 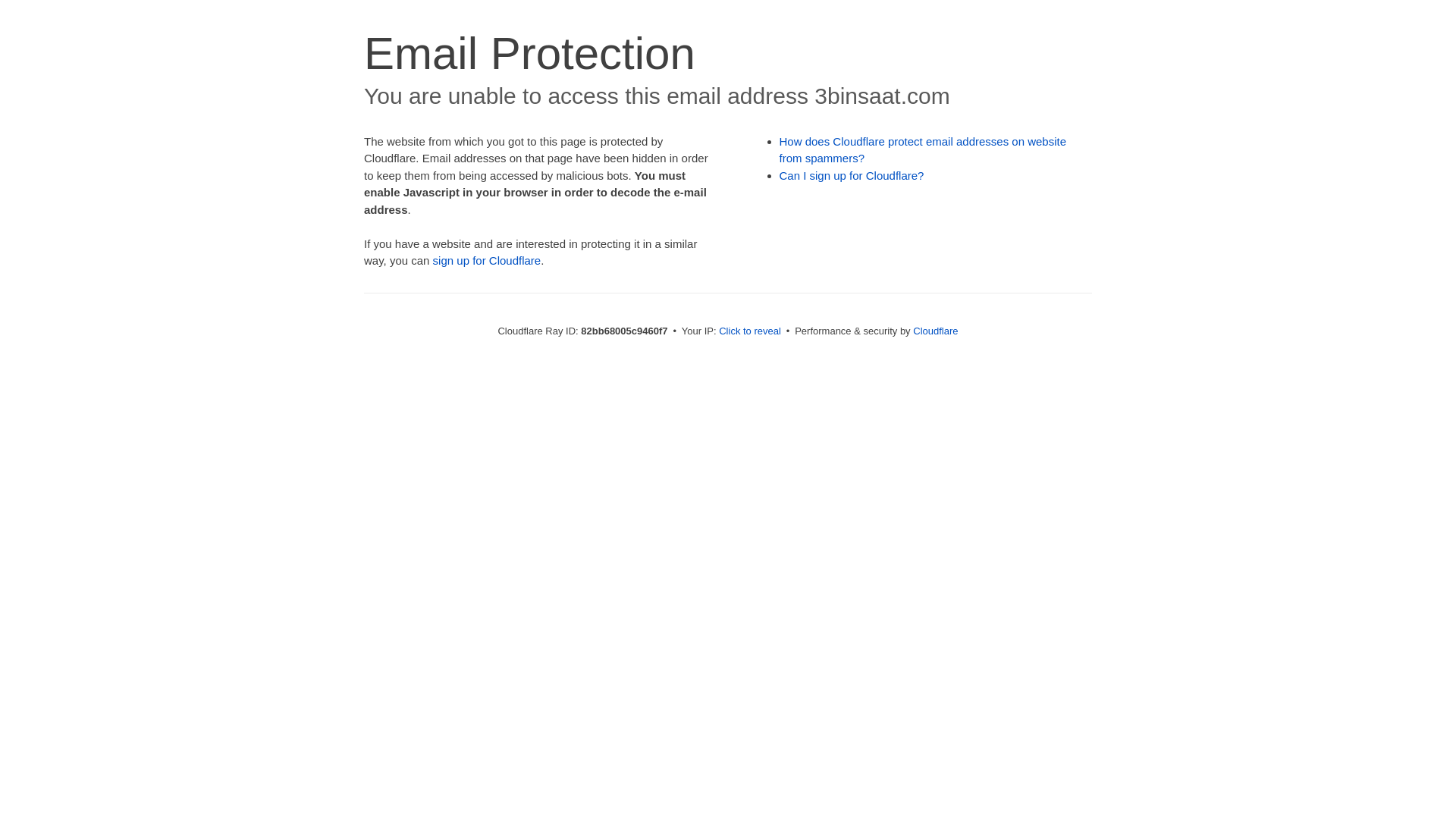 What do you see at coordinates (934, 330) in the screenshot?
I see `'Cloudflare'` at bounding box center [934, 330].